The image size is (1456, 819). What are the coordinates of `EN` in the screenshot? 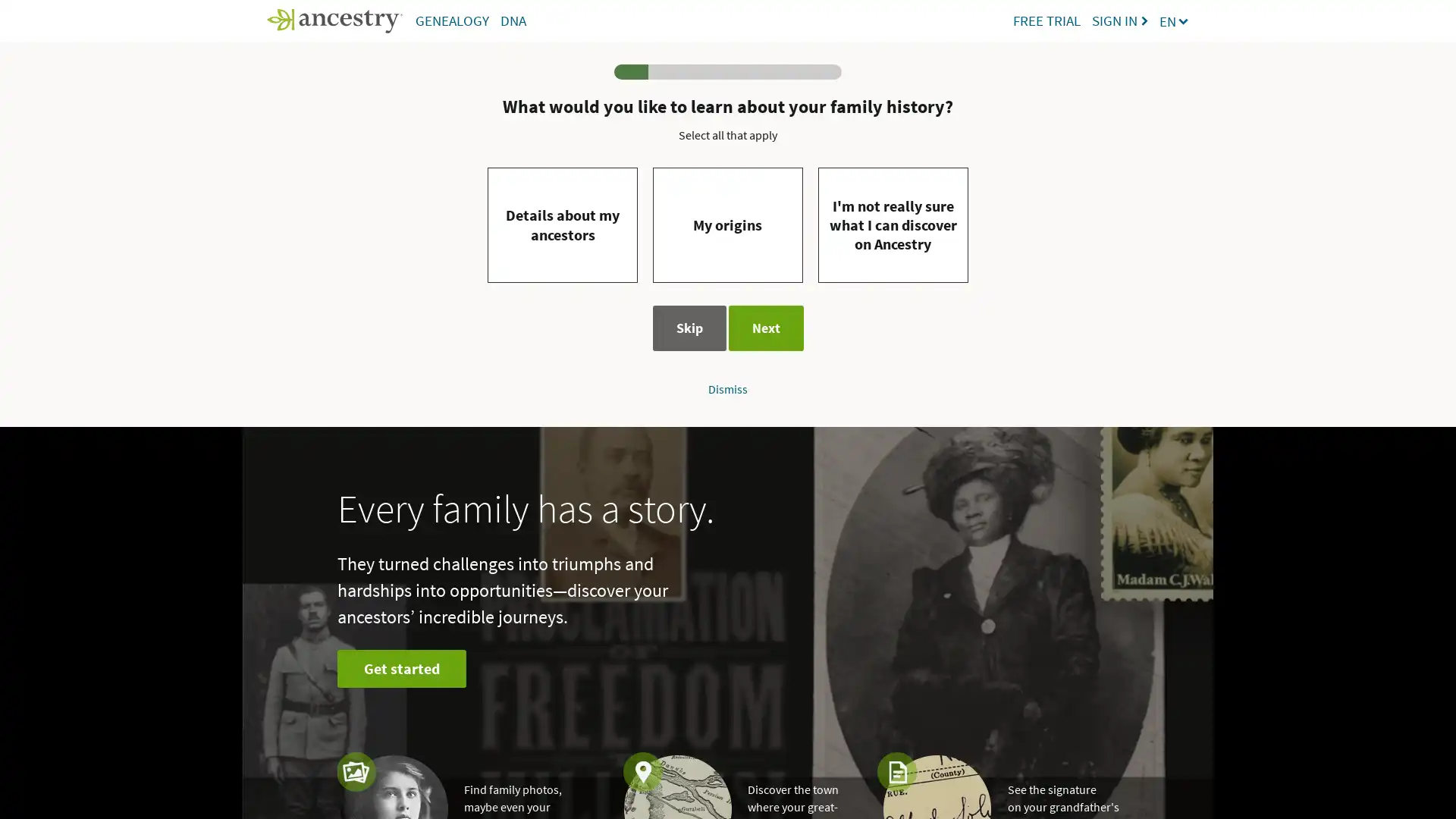 It's located at (1174, 20).